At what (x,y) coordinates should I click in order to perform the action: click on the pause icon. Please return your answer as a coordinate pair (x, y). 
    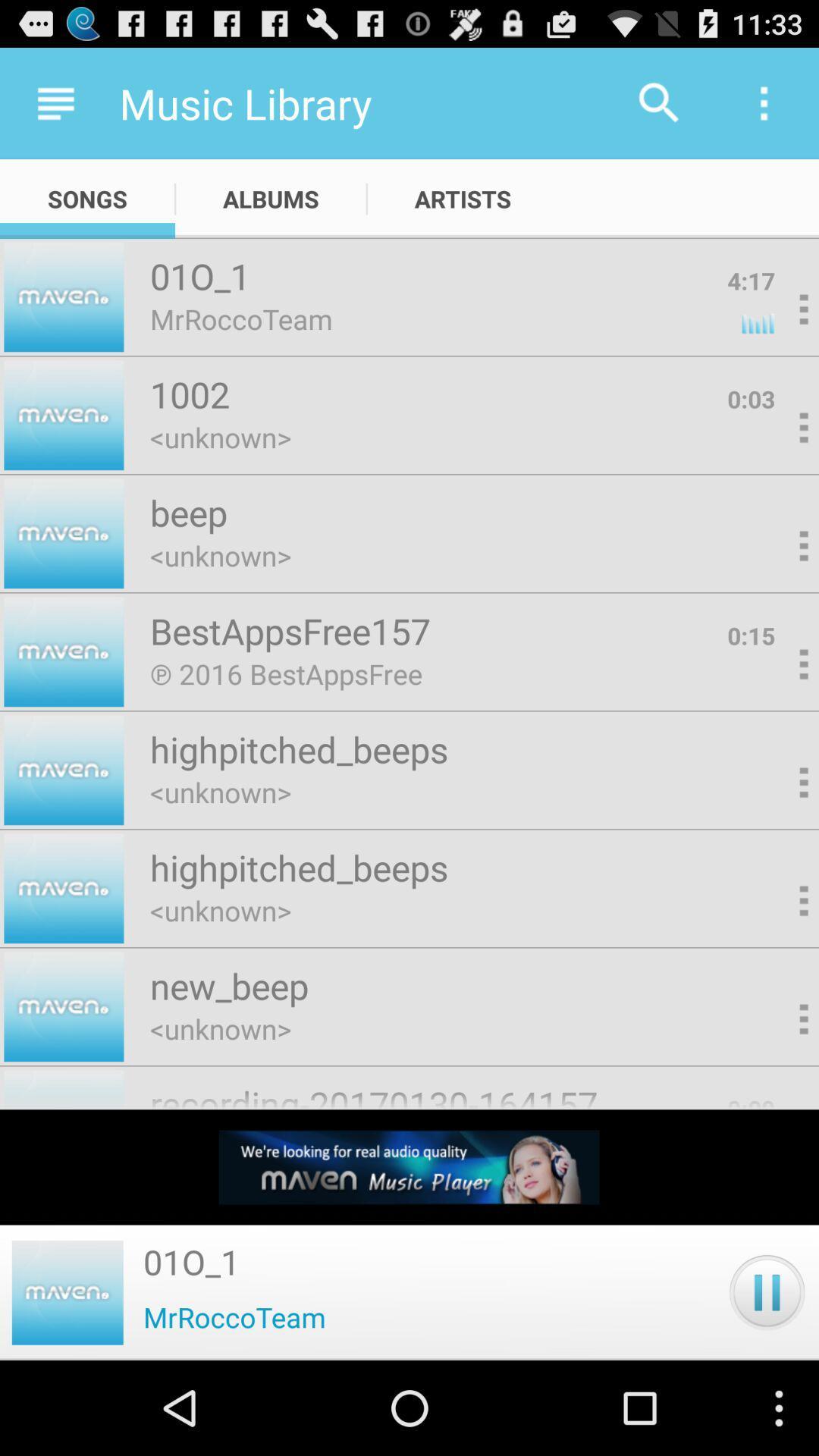
    Looking at the image, I should click on (767, 1383).